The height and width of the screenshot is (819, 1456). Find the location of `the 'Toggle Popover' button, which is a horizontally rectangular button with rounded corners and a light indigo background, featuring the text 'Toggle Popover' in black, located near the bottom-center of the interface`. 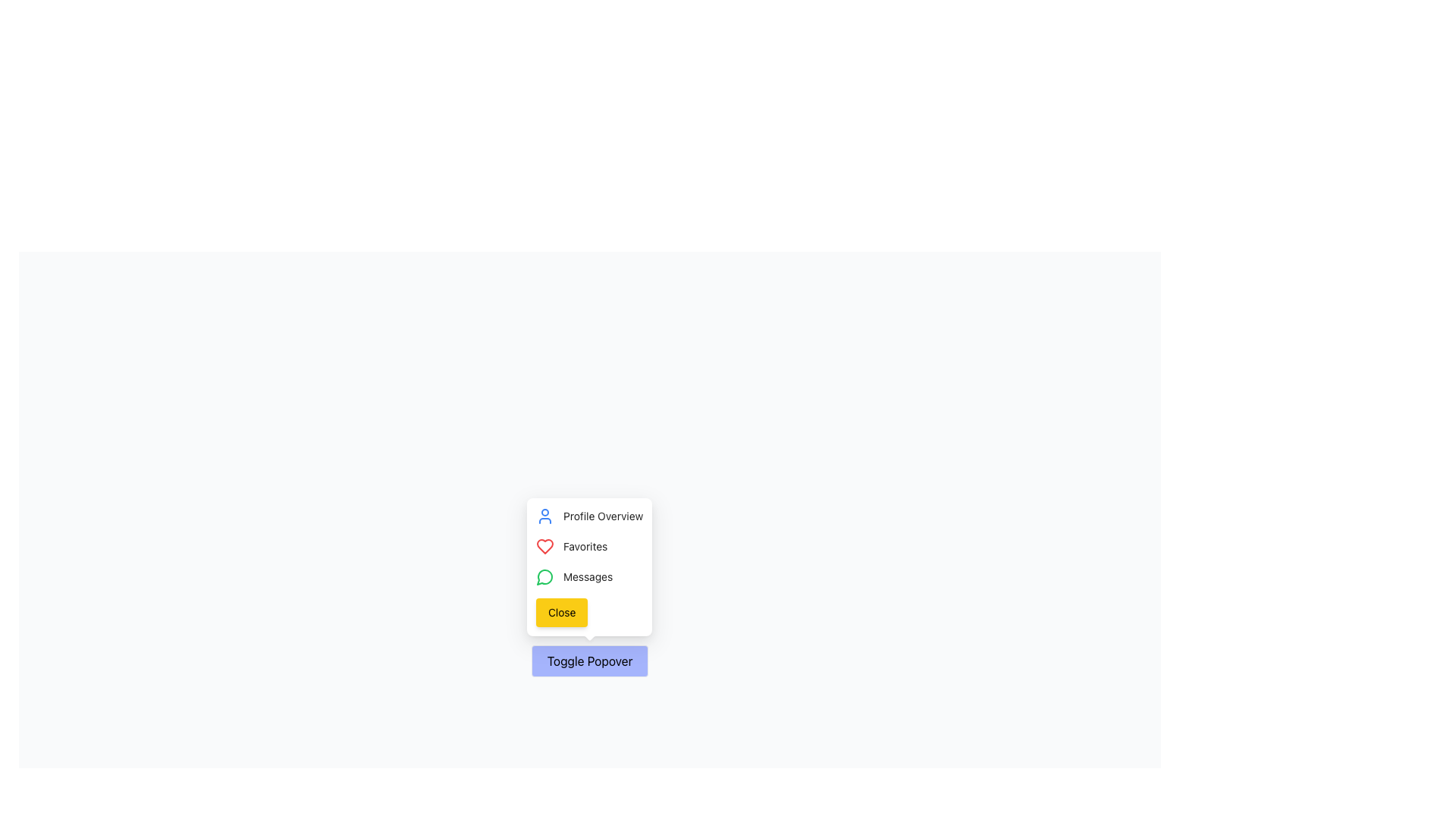

the 'Toggle Popover' button, which is a horizontally rectangular button with rounded corners and a light indigo background, featuring the text 'Toggle Popover' in black, located near the bottom-center of the interface is located at coordinates (588, 660).